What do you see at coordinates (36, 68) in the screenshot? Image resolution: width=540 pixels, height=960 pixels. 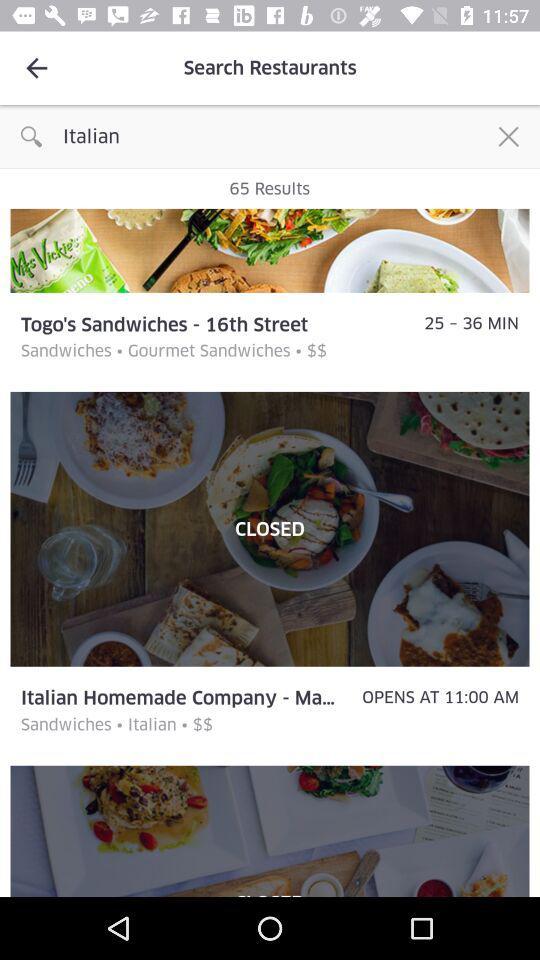 I see `the item next to search restaurants item` at bounding box center [36, 68].